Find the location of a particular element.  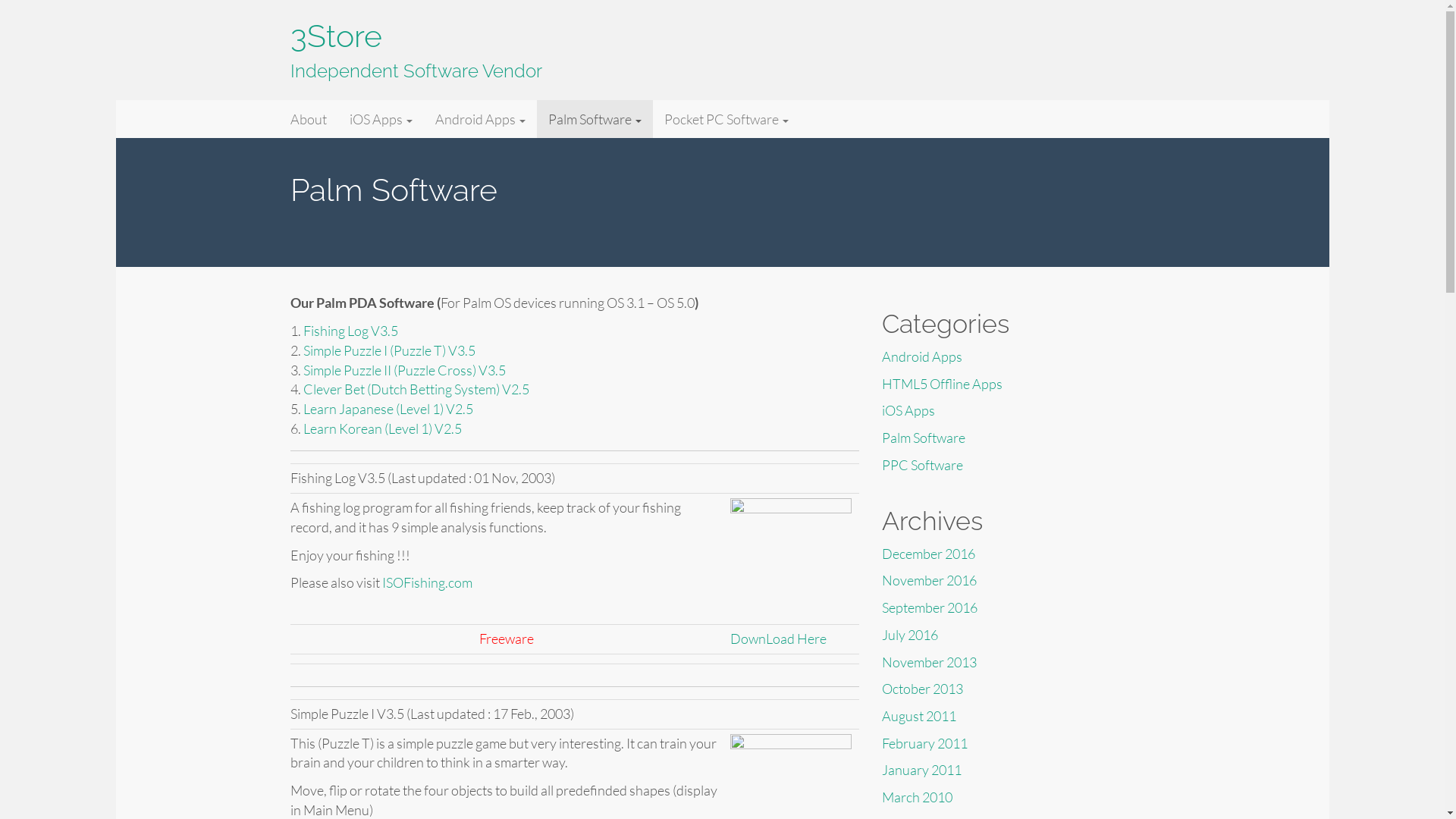

'December 2016' is located at coordinates (927, 553).